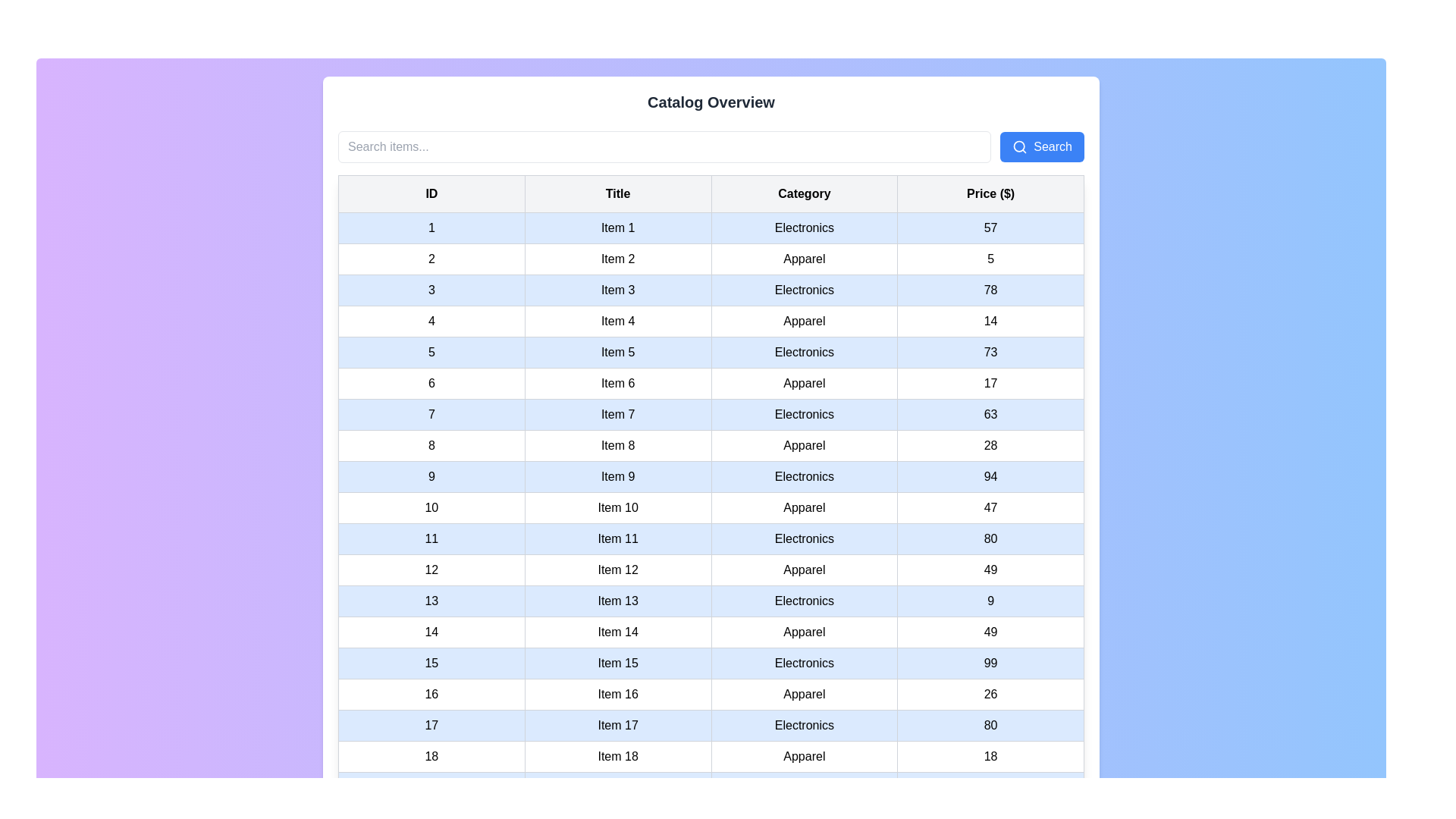  Describe the element at coordinates (710, 353) in the screenshot. I see `details of the item represented by the fifth row in the table, which contains the values '5', 'Item 5', 'Electronics', and '73'` at that location.